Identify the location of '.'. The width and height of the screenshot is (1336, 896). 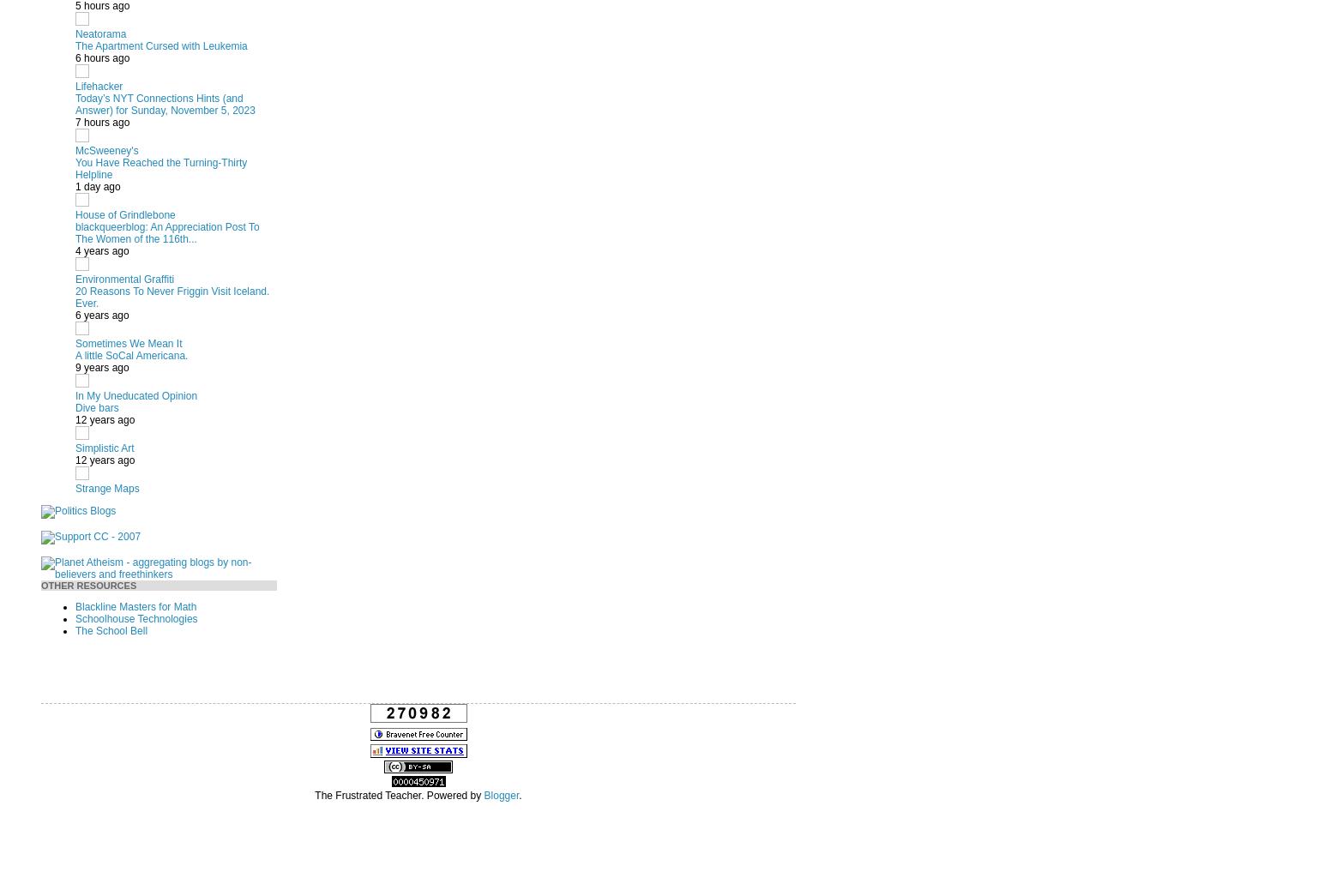
(519, 795).